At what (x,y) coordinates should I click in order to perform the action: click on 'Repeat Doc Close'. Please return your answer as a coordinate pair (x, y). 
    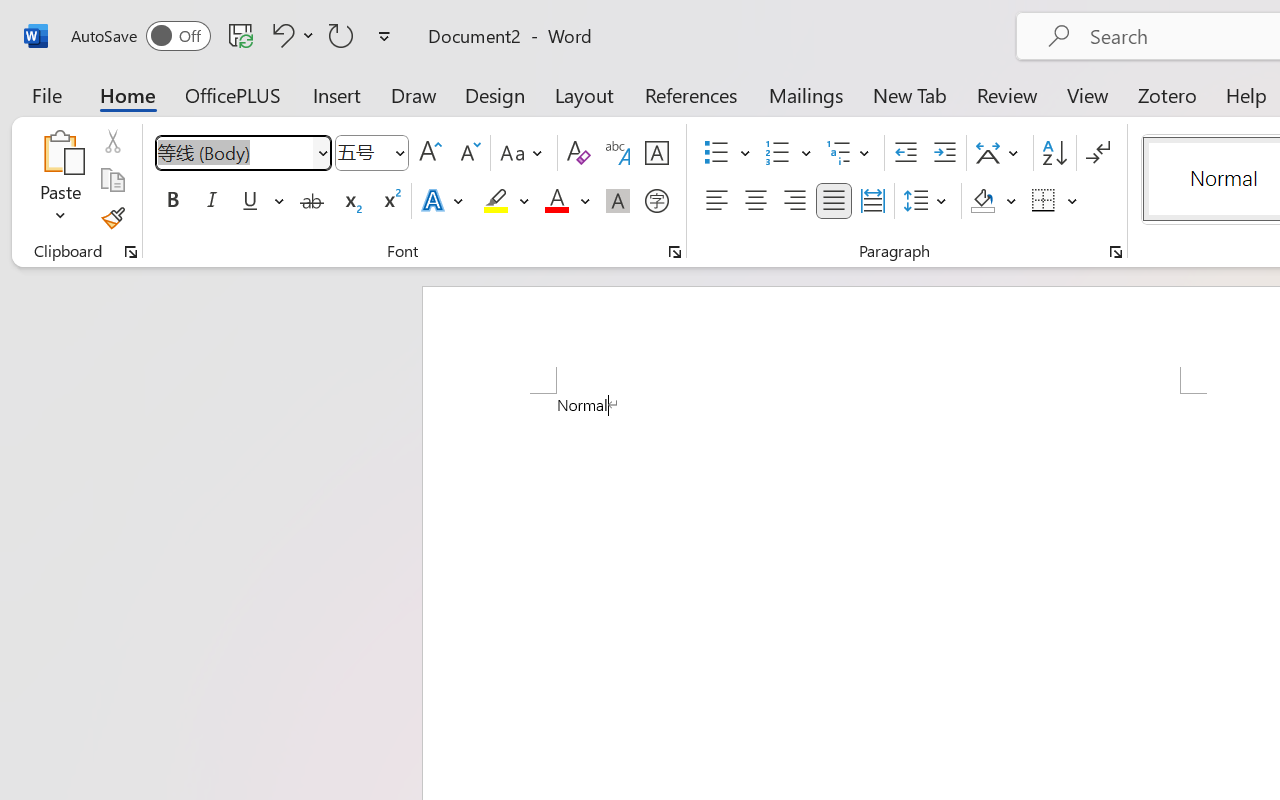
    Looking at the image, I should click on (341, 34).